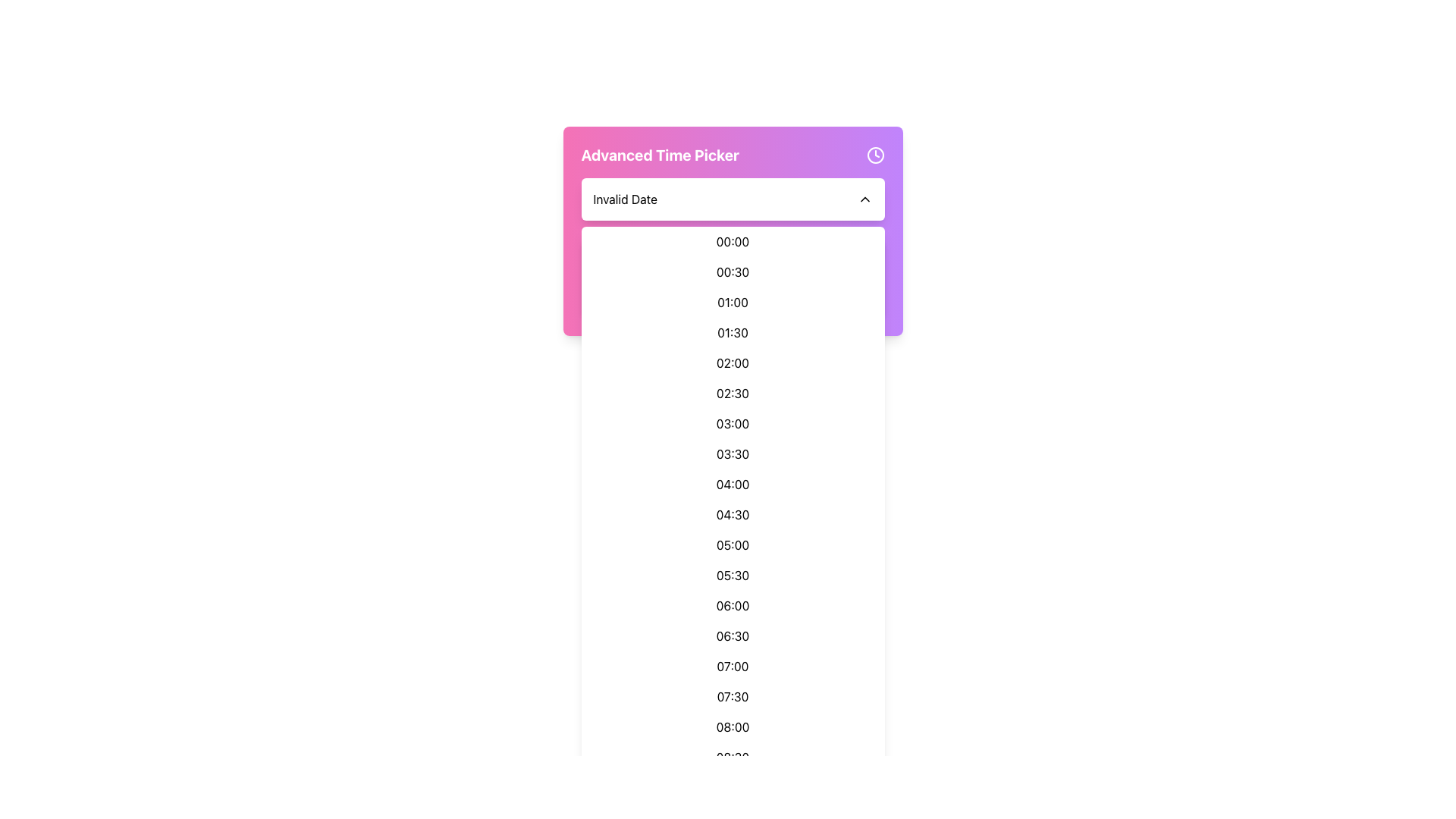 Image resolution: width=1456 pixels, height=819 pixels. Describe the element at coordinates (733, 332) in the screenshot. I see `the time selection option '01:30' in the dropdown menu under the 'Invalid Date' input field` at that location.